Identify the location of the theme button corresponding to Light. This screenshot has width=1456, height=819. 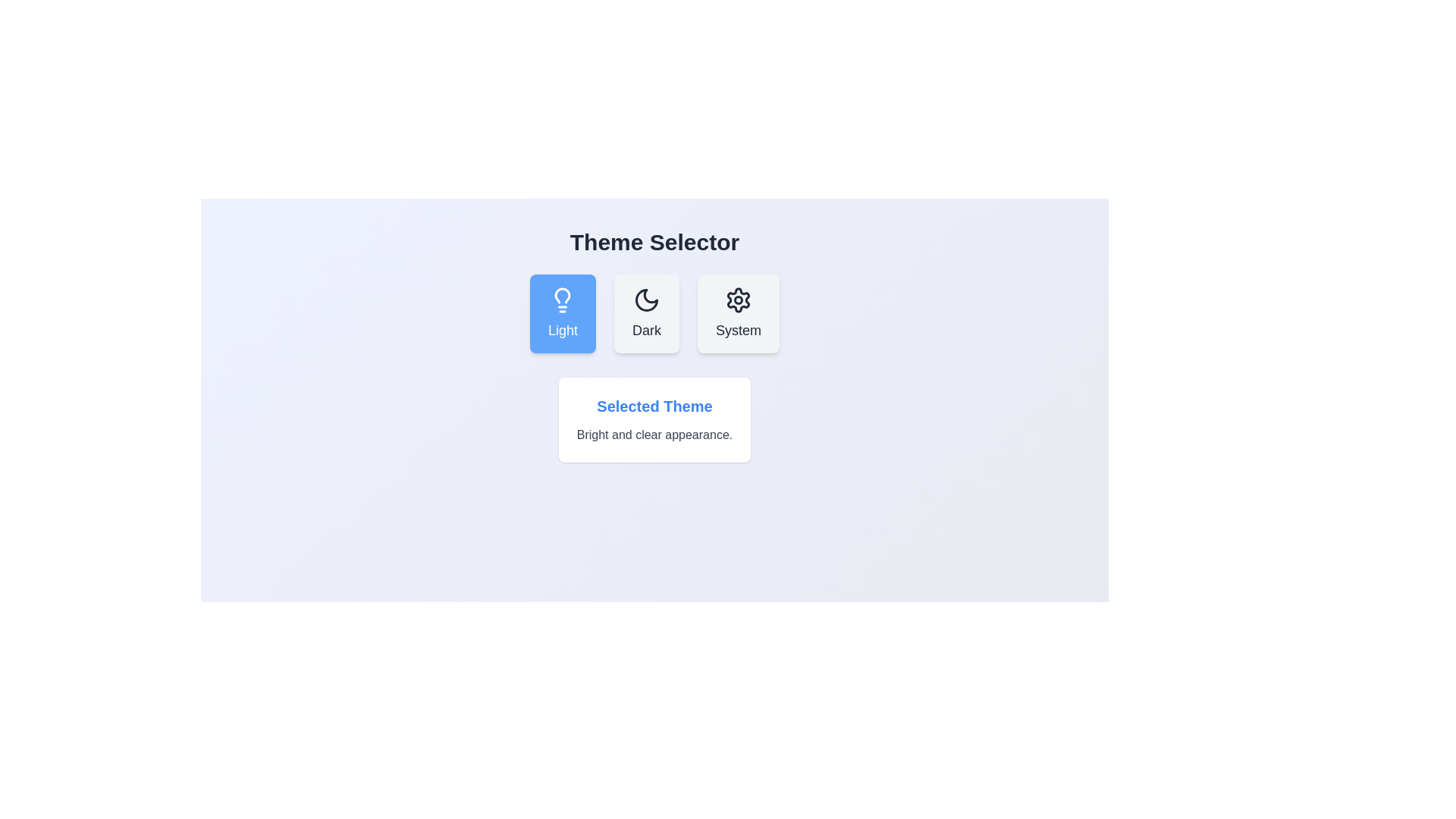
(562, 312).